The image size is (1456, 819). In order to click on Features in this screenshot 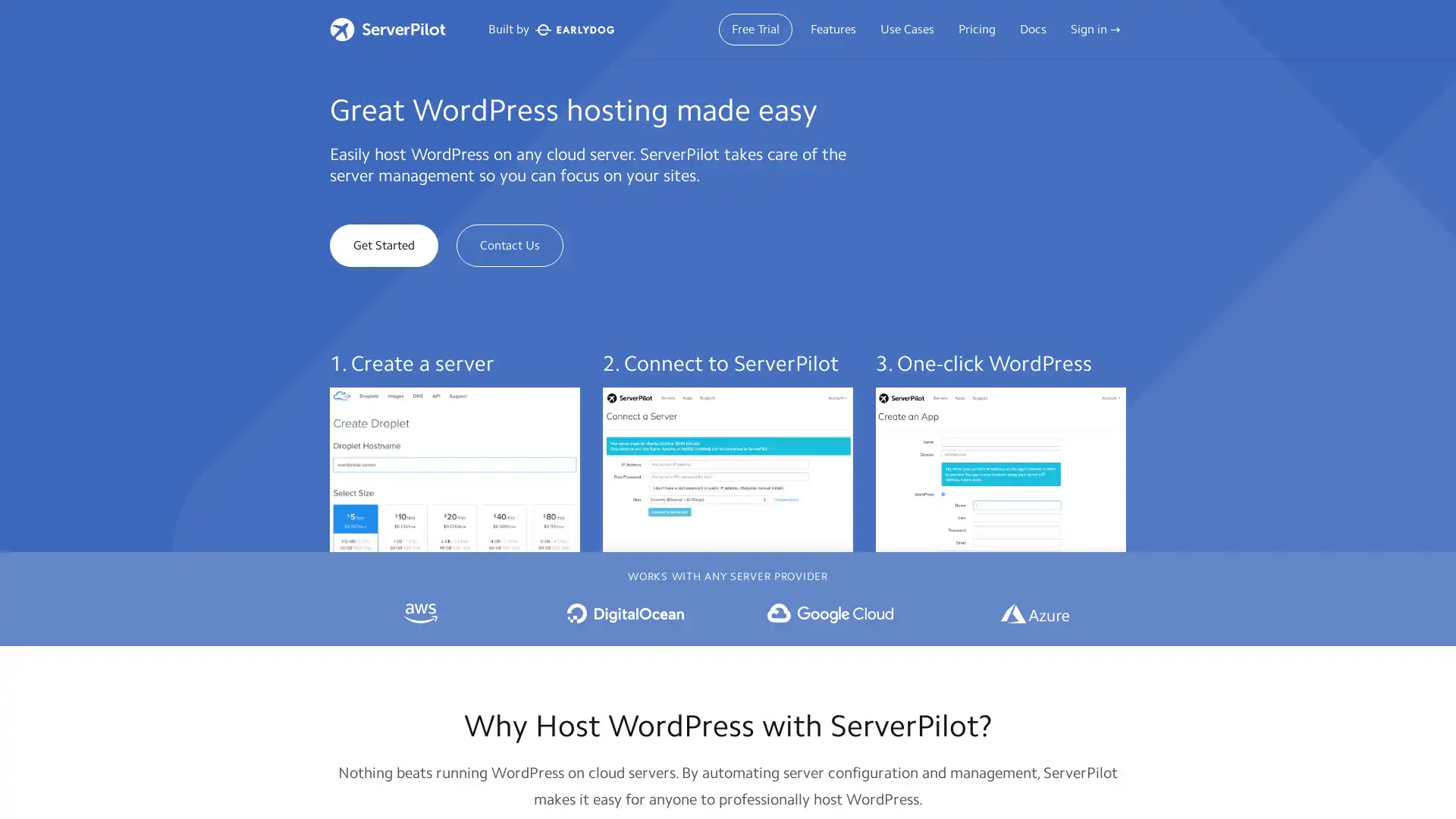, I will do `click(833, 29)`.